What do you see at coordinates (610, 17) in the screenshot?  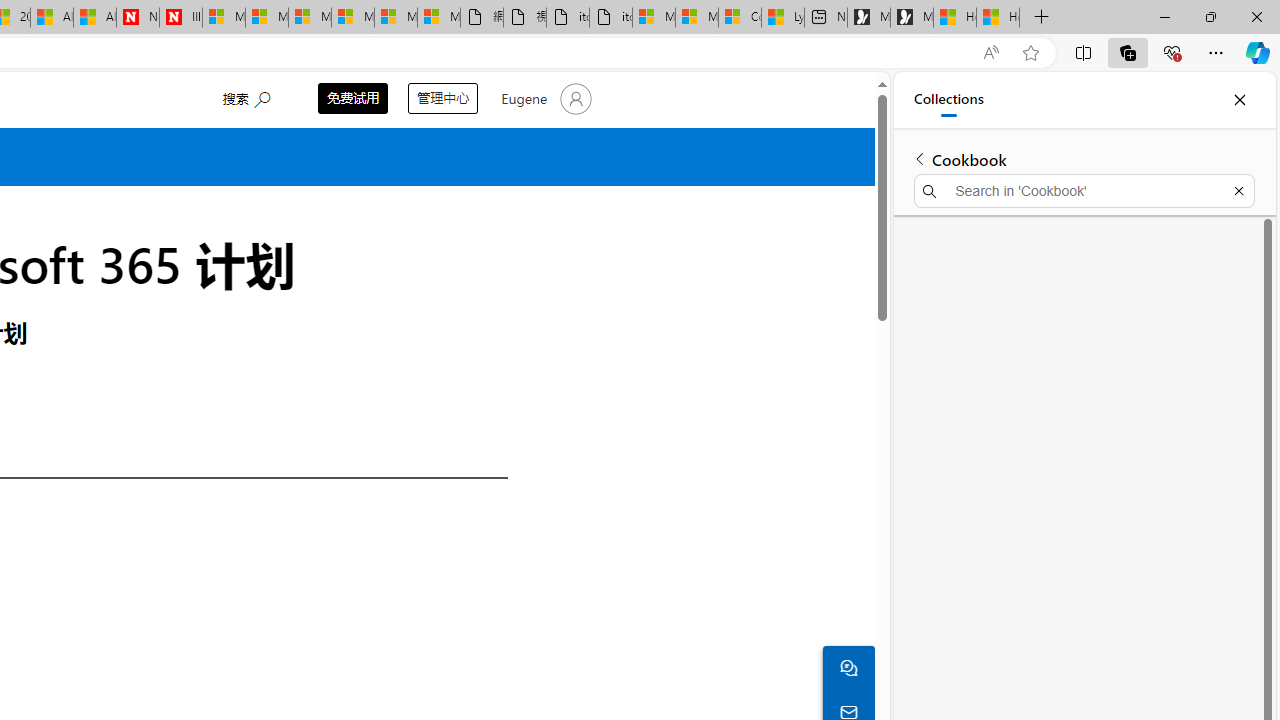 I see `'itconcepthk.com/projector_solutions.mp4'` at bounding box center [610, 17].